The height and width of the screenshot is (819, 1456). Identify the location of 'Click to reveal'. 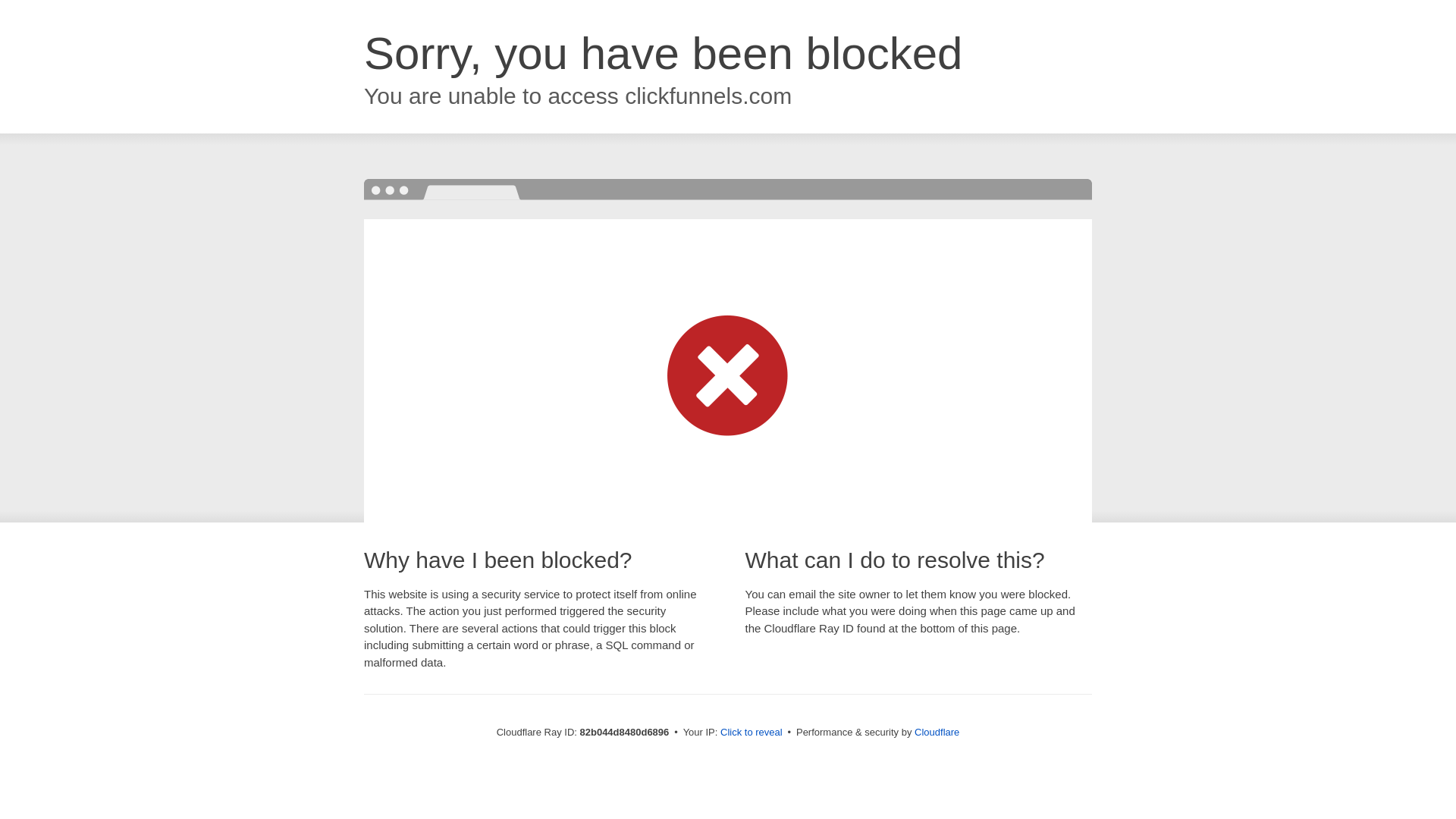
(720, 731).